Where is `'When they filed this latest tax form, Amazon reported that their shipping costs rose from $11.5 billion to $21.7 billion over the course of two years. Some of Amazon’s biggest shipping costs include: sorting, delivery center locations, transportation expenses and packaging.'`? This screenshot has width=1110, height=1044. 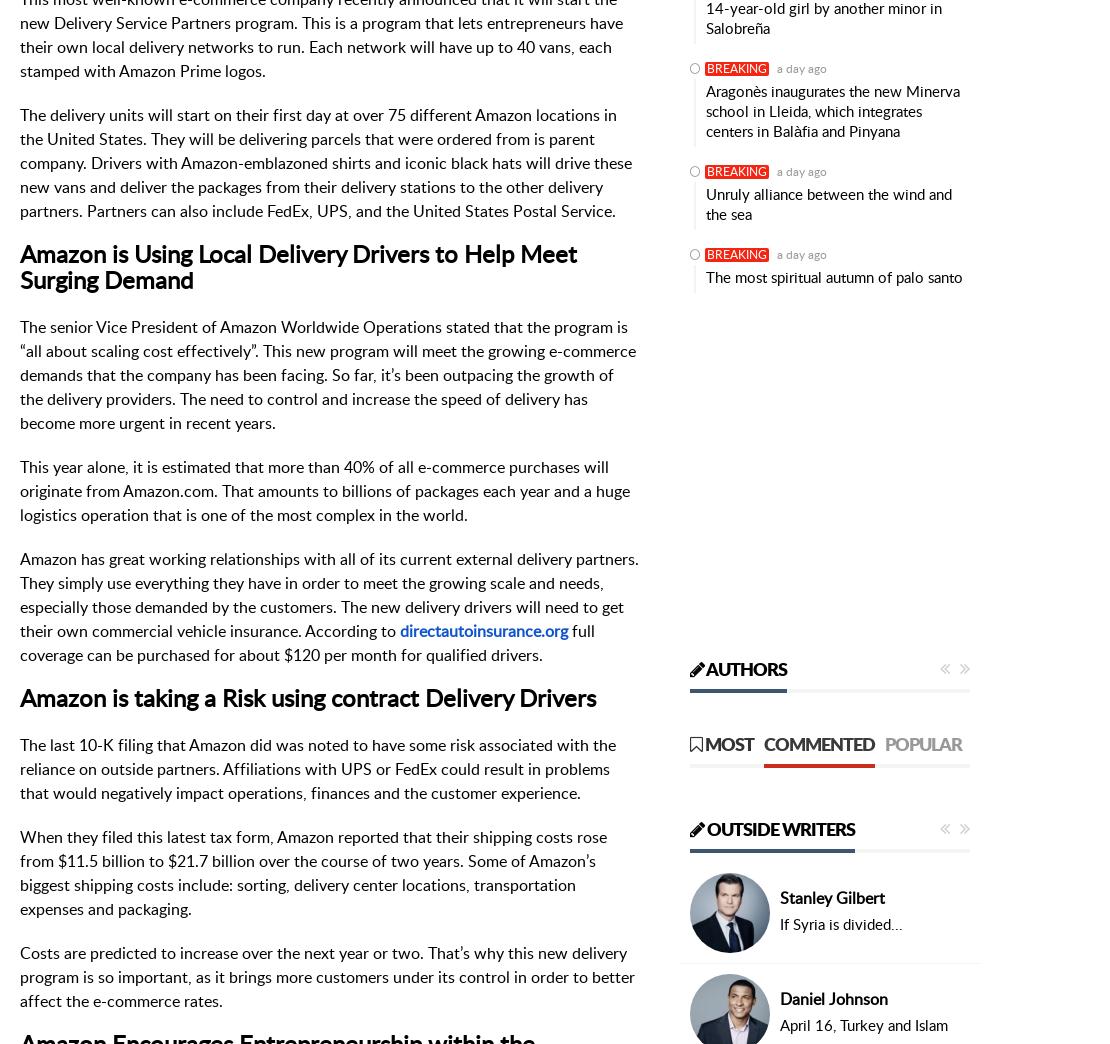 'When they filed this latest tax form, Amazon reported that their shipping costs rose from $11.5 billion to $21.7 billion over the course of two years. Some of Amazon’s biggest shipping costs include: sorting, delivery center locations, transportation expenses and packaging.' is located at coordinates (312, 872).